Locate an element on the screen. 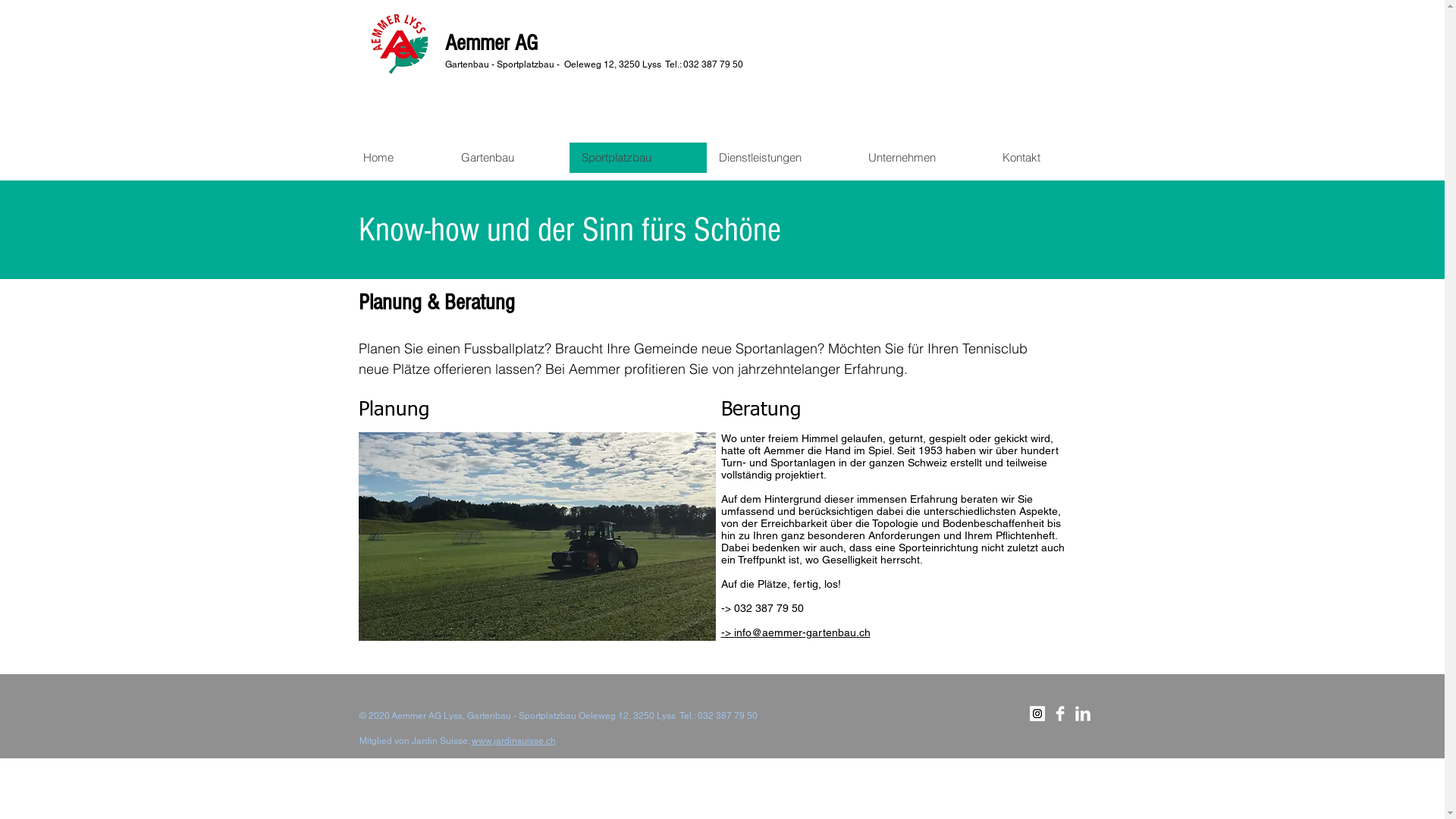 The height and width of the screenshot is (819, 1456). 'Sportplatzbau' is located at coordinates (637, 158).